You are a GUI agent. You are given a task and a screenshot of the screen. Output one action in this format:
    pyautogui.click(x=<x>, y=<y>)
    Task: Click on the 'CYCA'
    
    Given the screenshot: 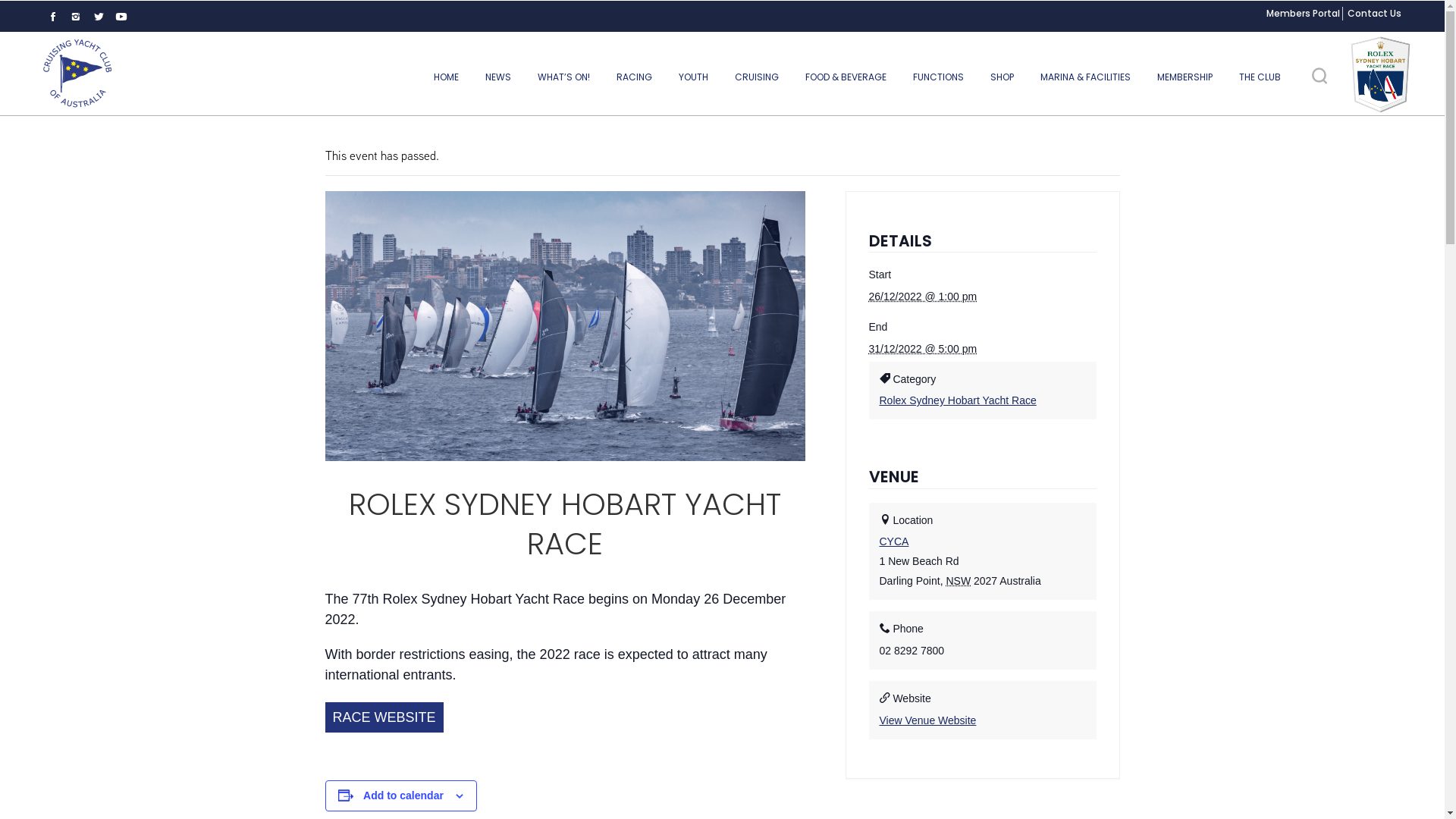 What is the action you would take?
    pyautogui.click(x=894, y=540)
    